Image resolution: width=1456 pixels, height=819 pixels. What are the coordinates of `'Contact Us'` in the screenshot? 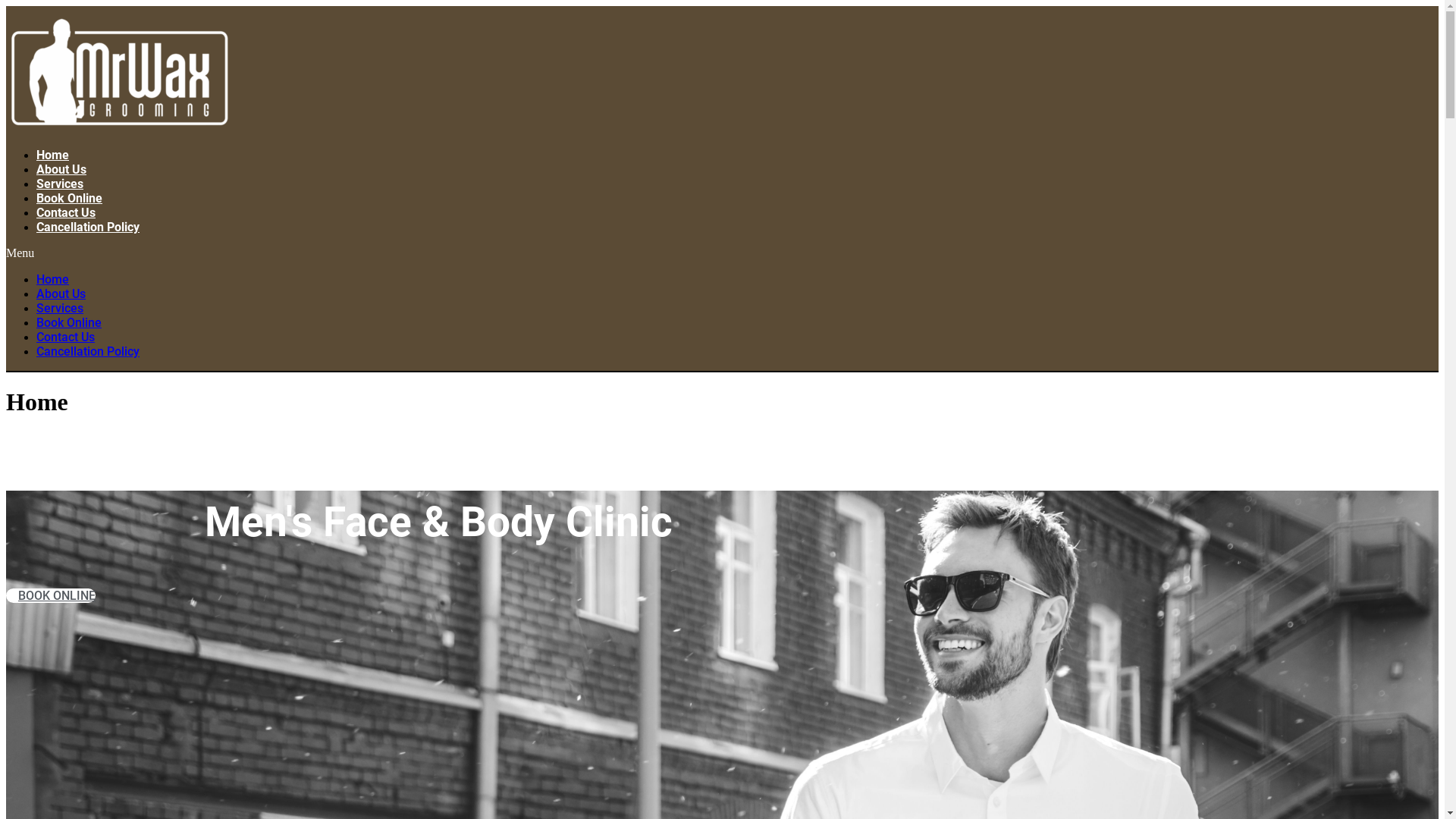 It's located at (36, 212).